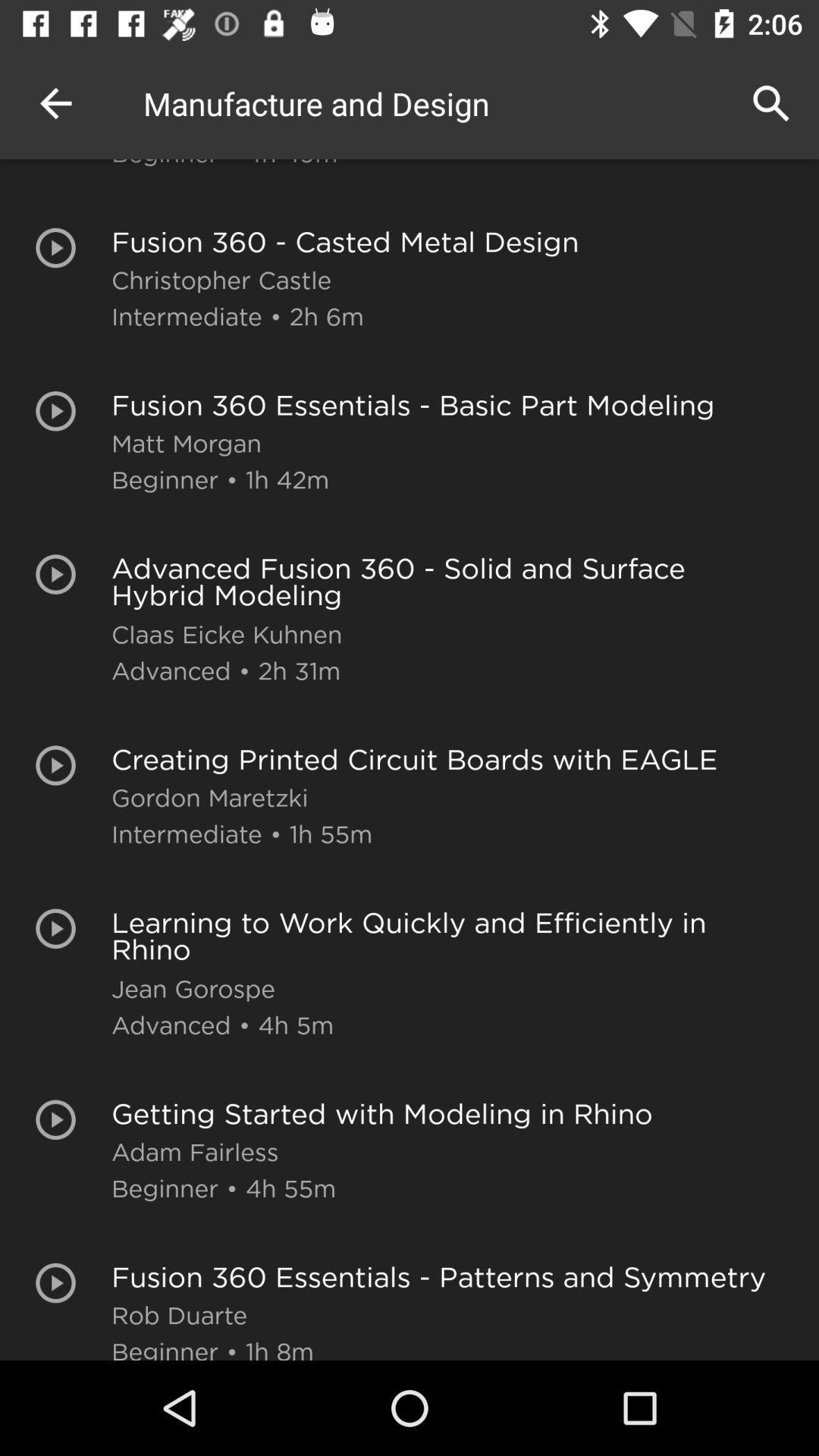 The width and height of the screenshot is (819, 1456). Describe the element at coordinates (55, 102) in the screenshot. I see `the app to the left of manufacture and design app` at that location.